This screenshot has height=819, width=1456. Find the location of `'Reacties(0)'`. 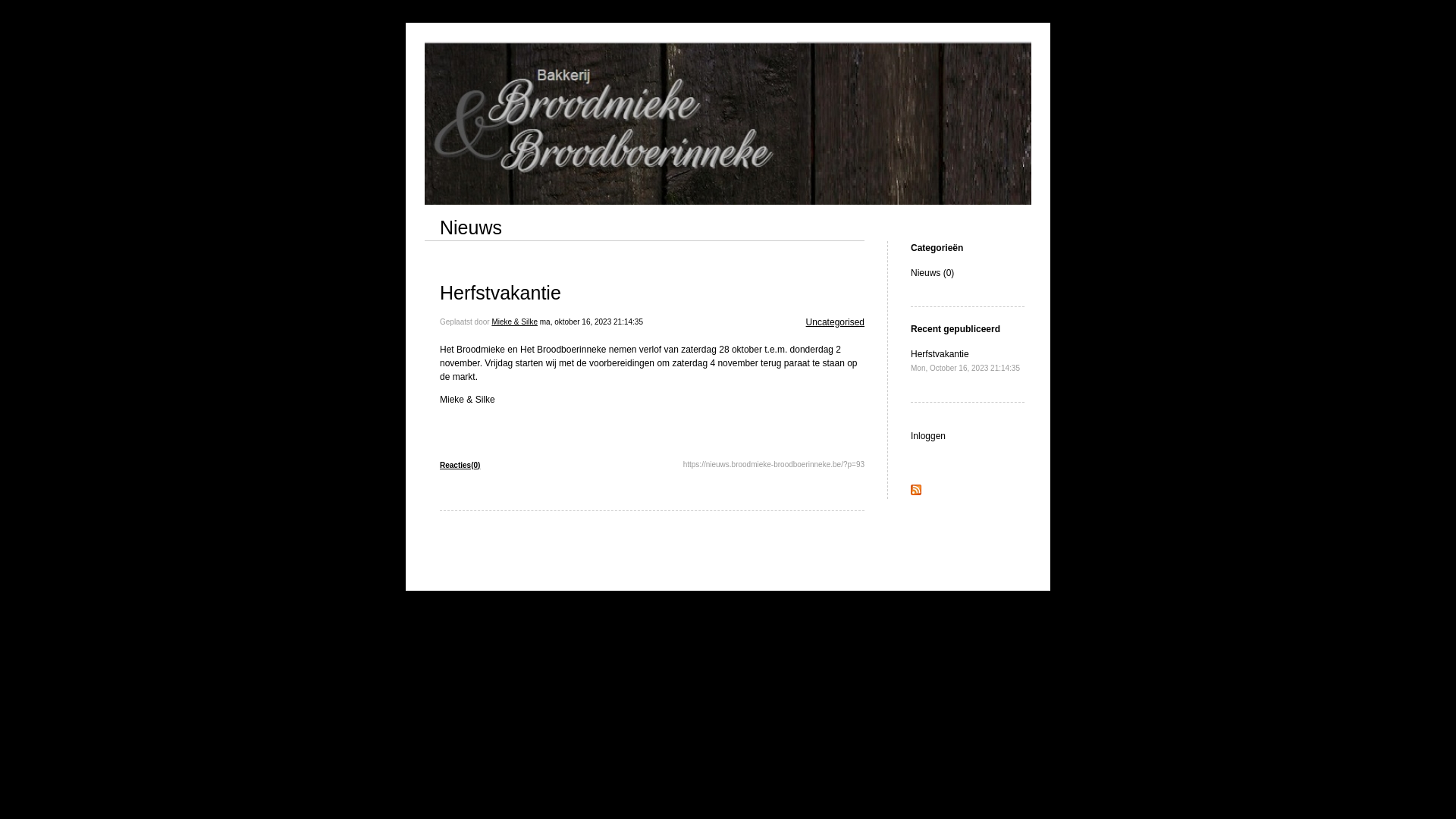

'Reacties(0)' is located at coordinates (459, 464).